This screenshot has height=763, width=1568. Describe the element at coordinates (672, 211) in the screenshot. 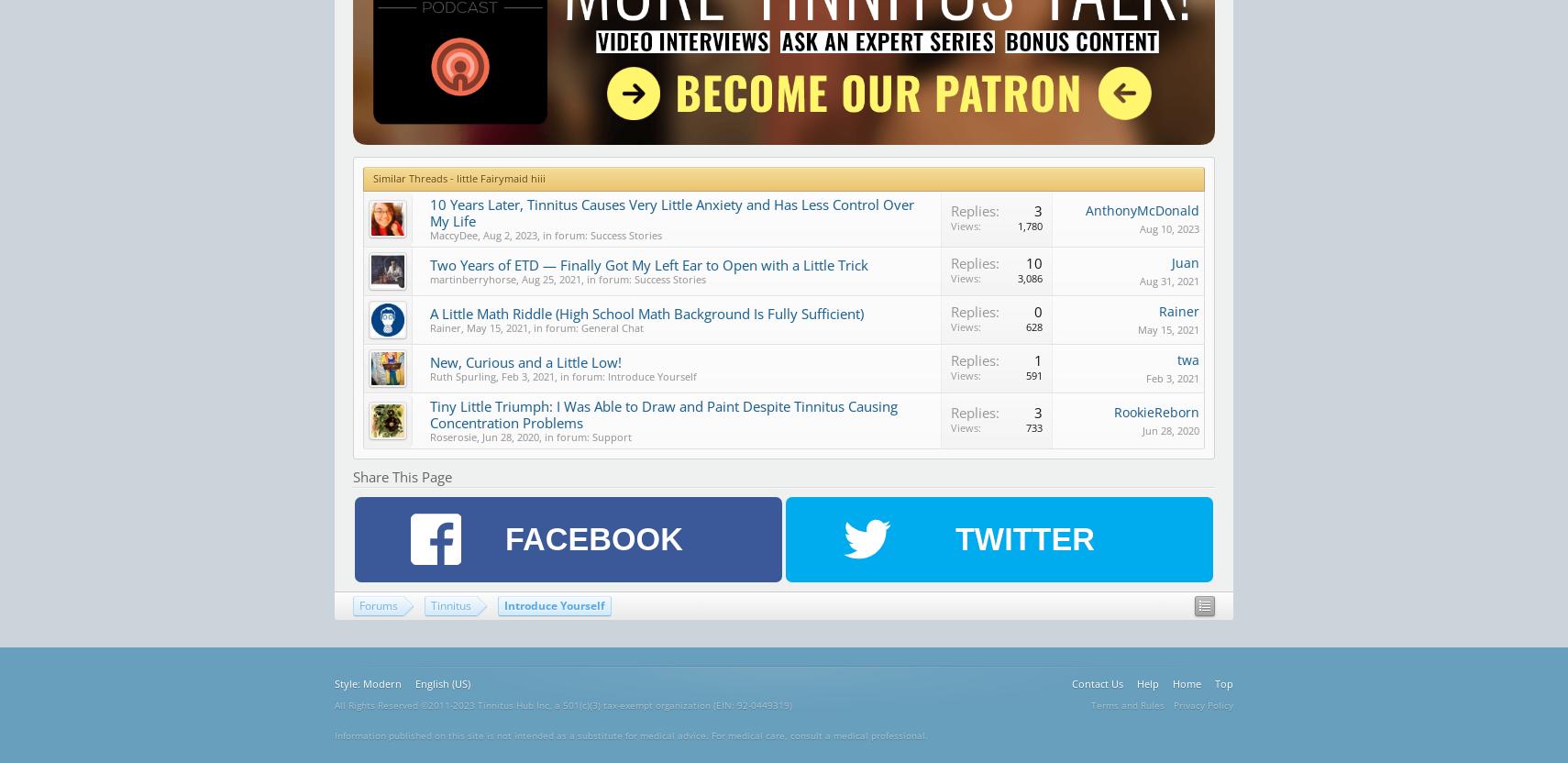

I see `'10 Years Later, Tinnitus Causes Very Little Anxiety and Has Less Control Over My Life'` at that location.